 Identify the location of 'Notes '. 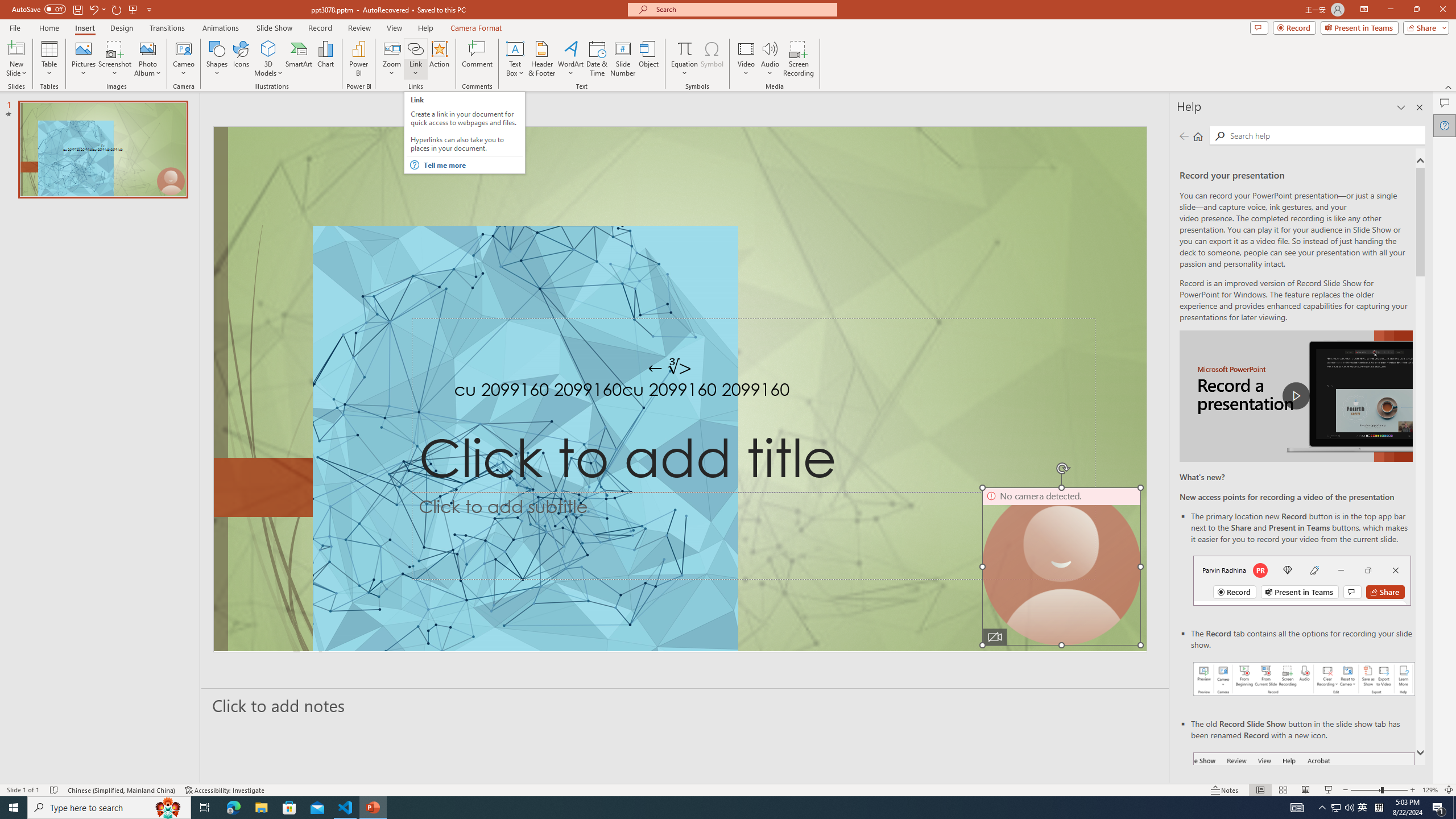
(1225, 790).